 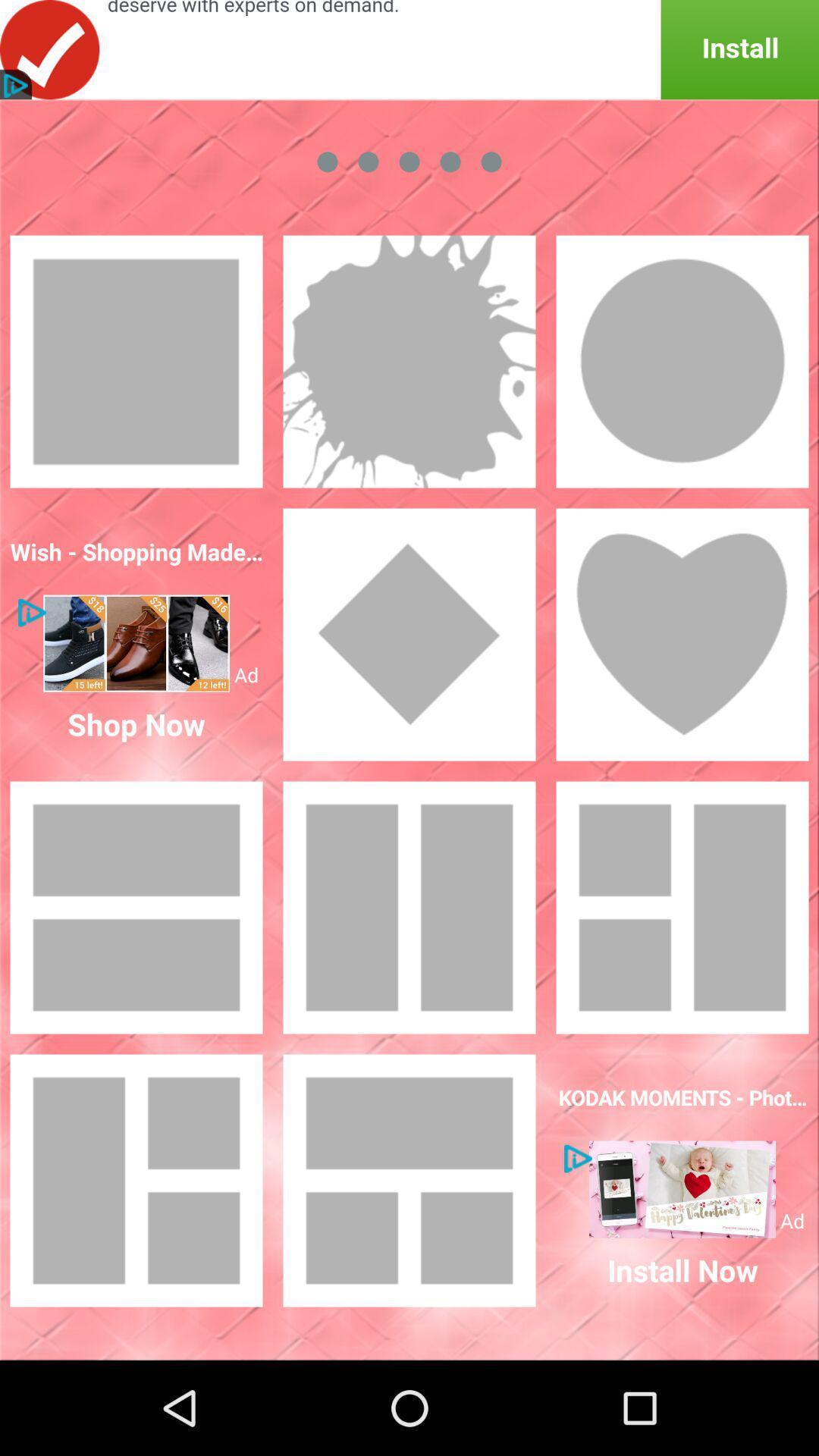 I want to click on for image, so click(x=136, y=643).